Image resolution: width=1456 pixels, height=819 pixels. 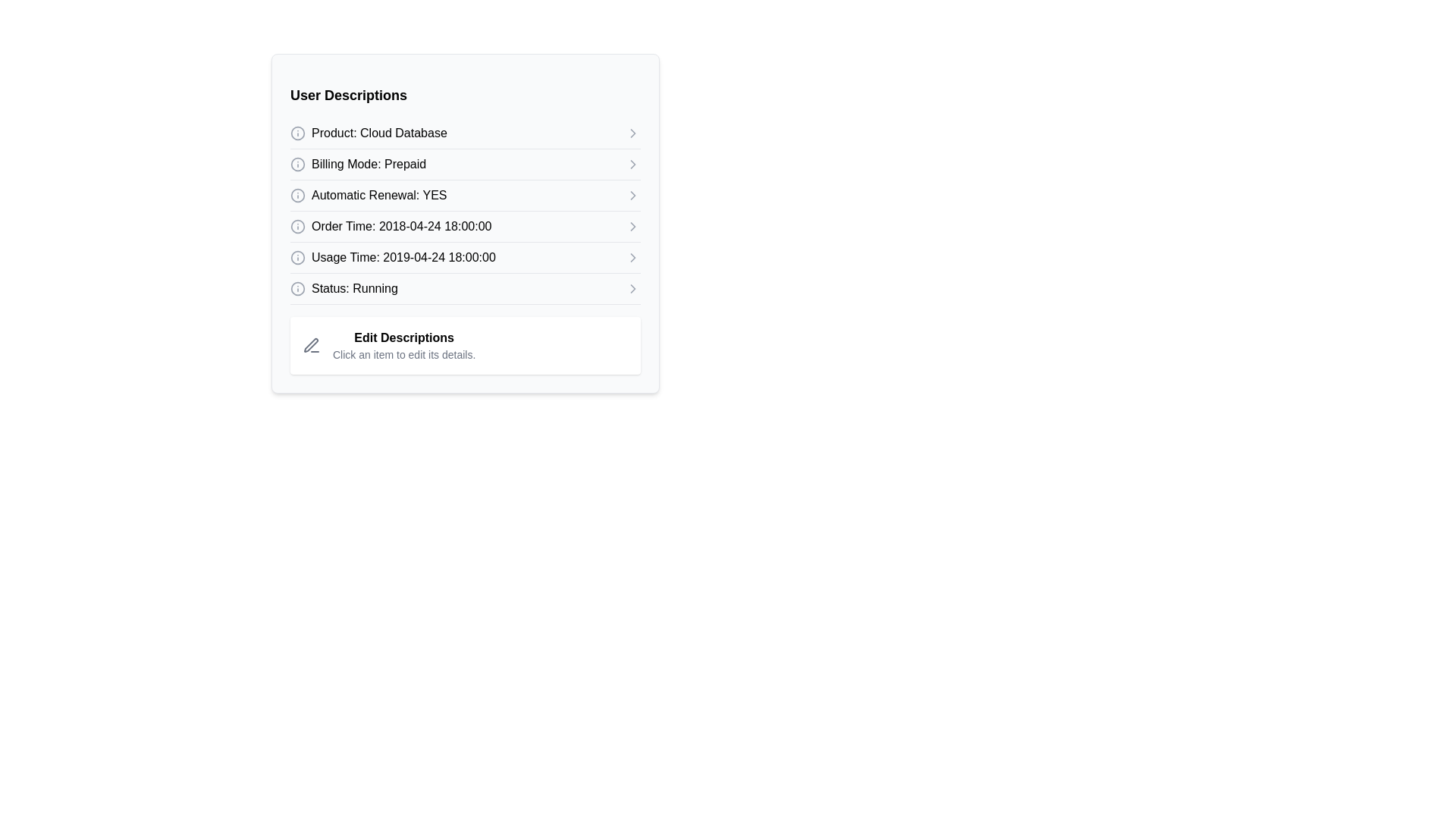 I want to click on the decorative icon positioned to the left of the text 'Automatic Renewal: YES' for more information, so click(x=298, y=195).